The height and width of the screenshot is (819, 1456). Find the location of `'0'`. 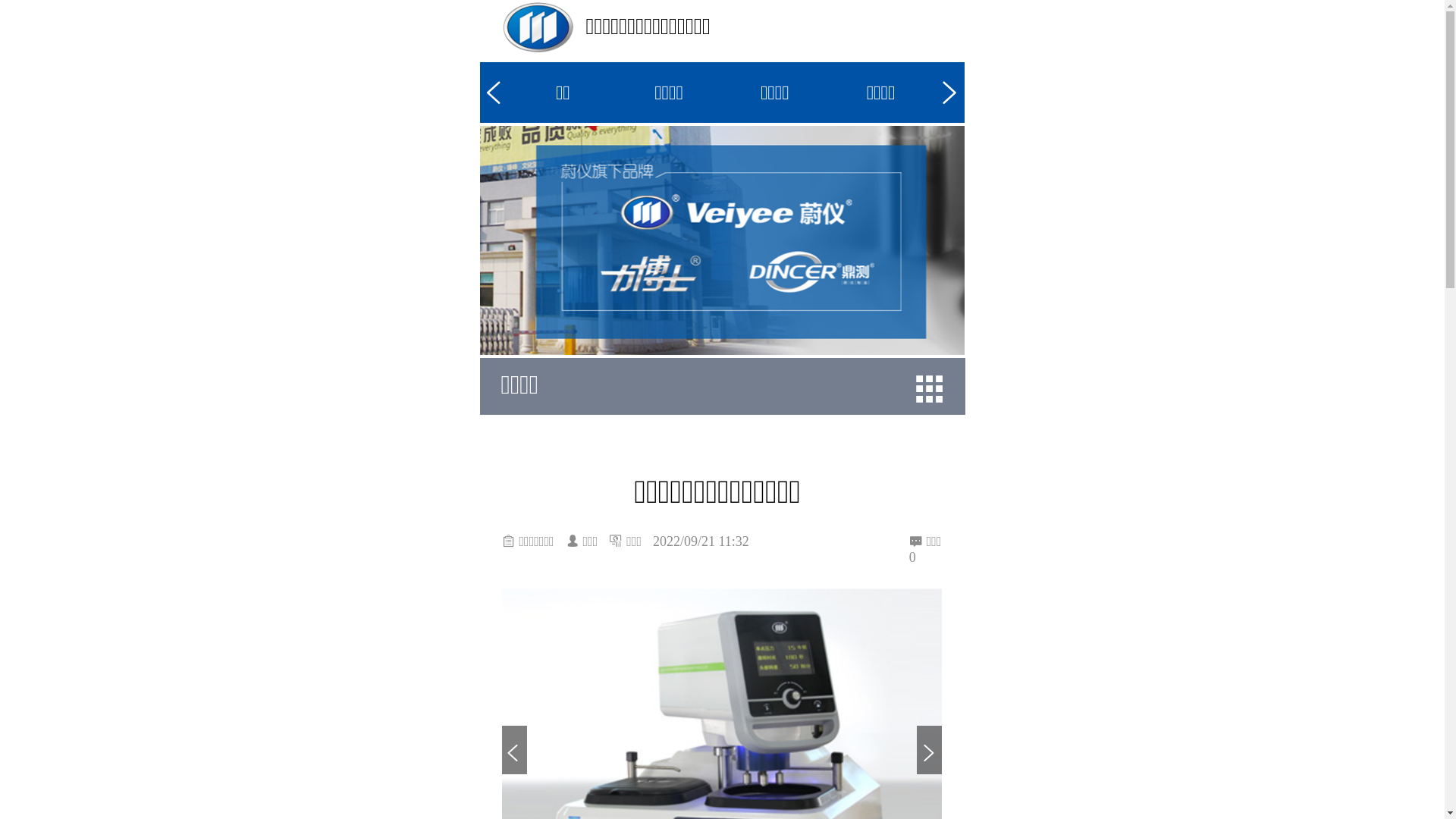

'0' is located at coordinates (924, 557).